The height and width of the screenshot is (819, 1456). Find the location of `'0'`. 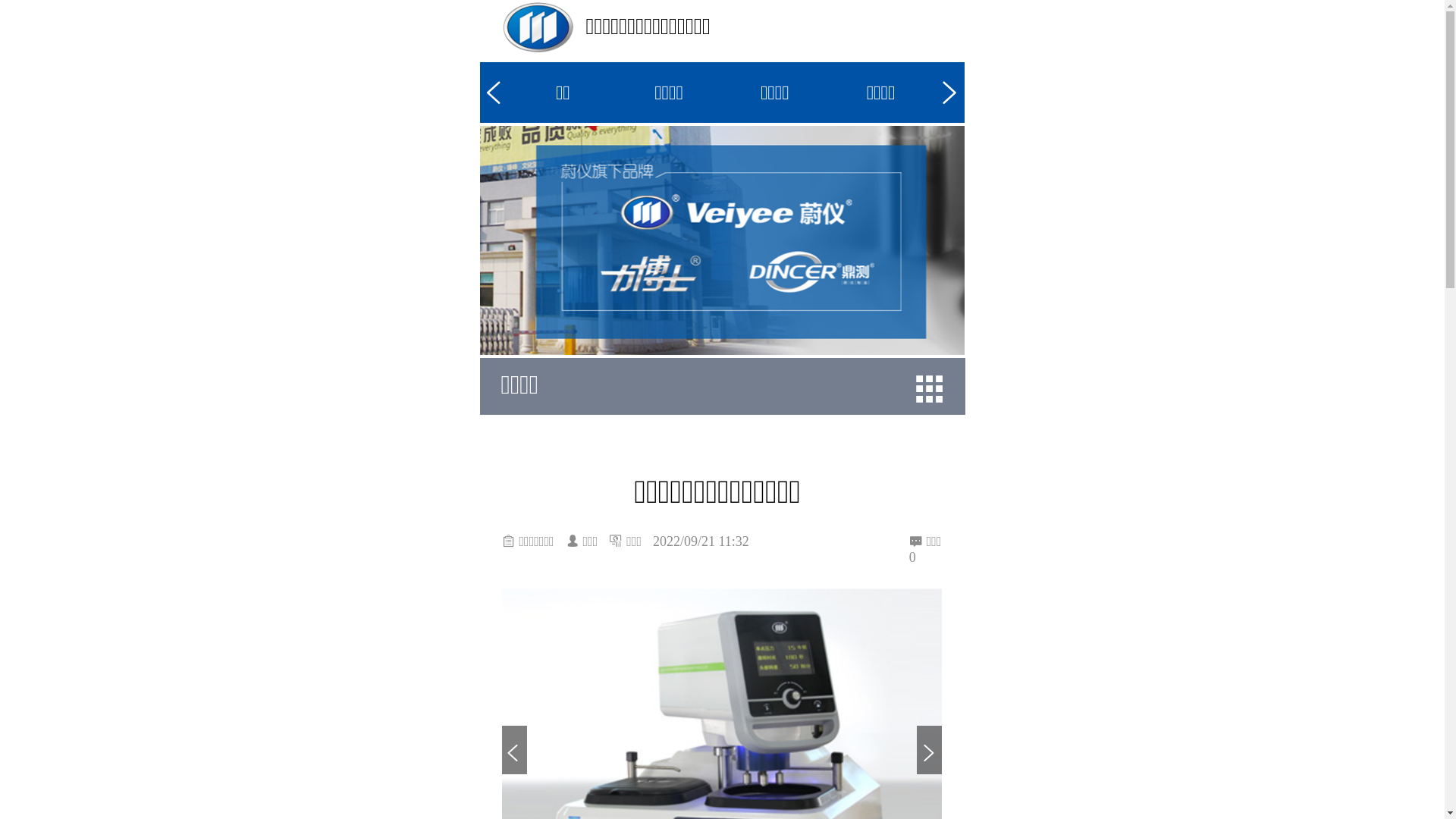

'0' is located at coordinates (924, 557).